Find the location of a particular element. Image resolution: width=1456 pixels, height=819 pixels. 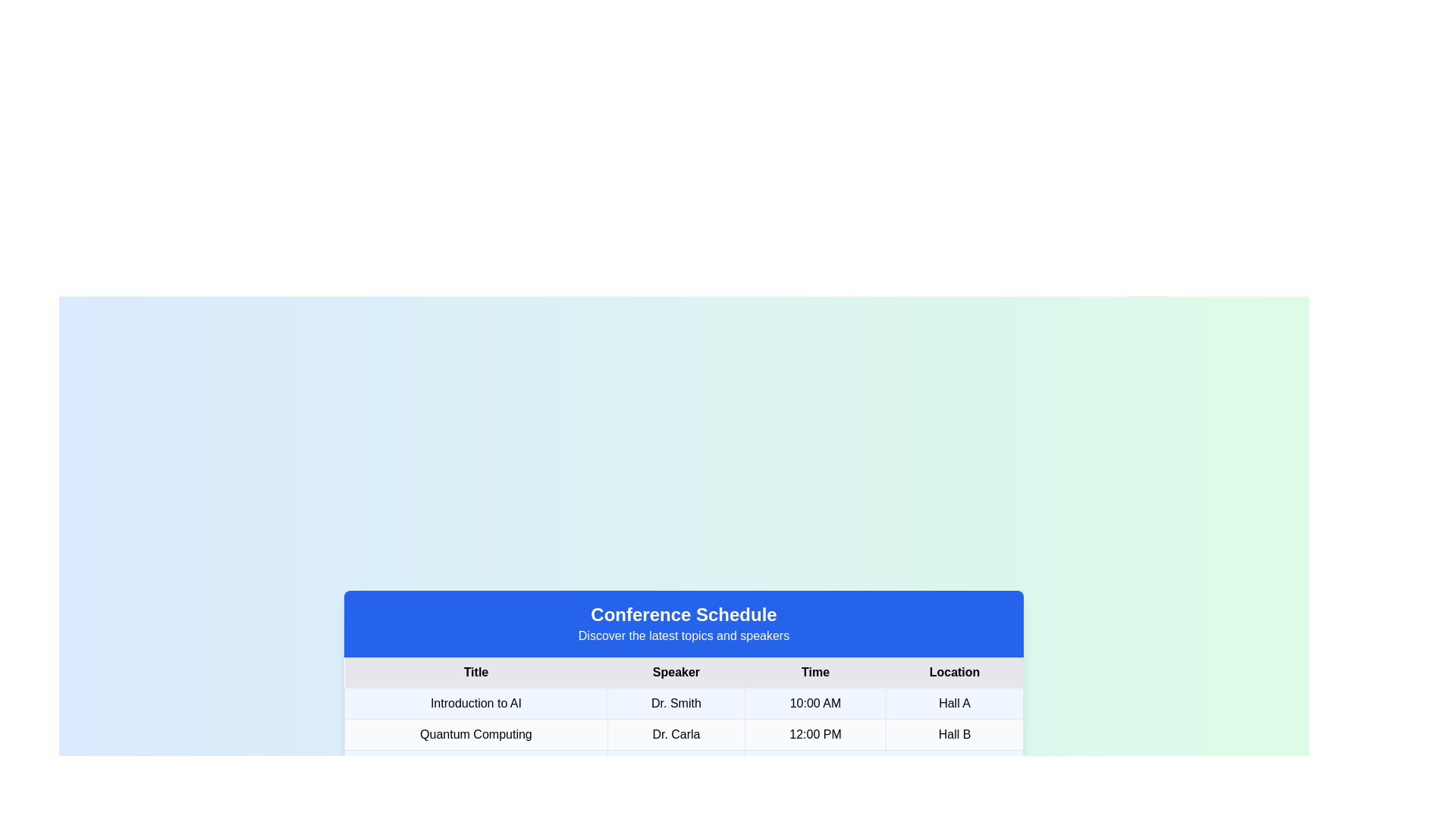

the text label indicating 'Locations', which is the fourth header in the table, located to the right of 'Time' is located at coordinates (953, 672).